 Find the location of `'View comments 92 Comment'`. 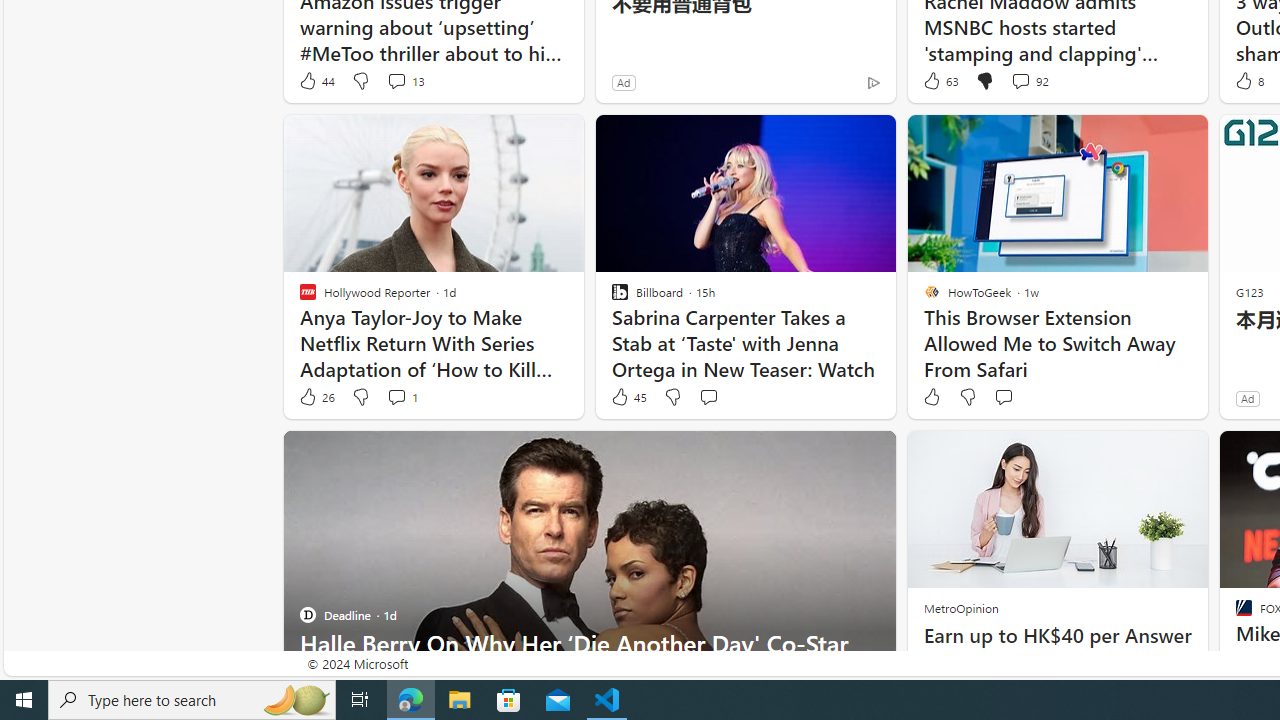

'View comments 92 Comment' is located at coordinates (1020, 80).